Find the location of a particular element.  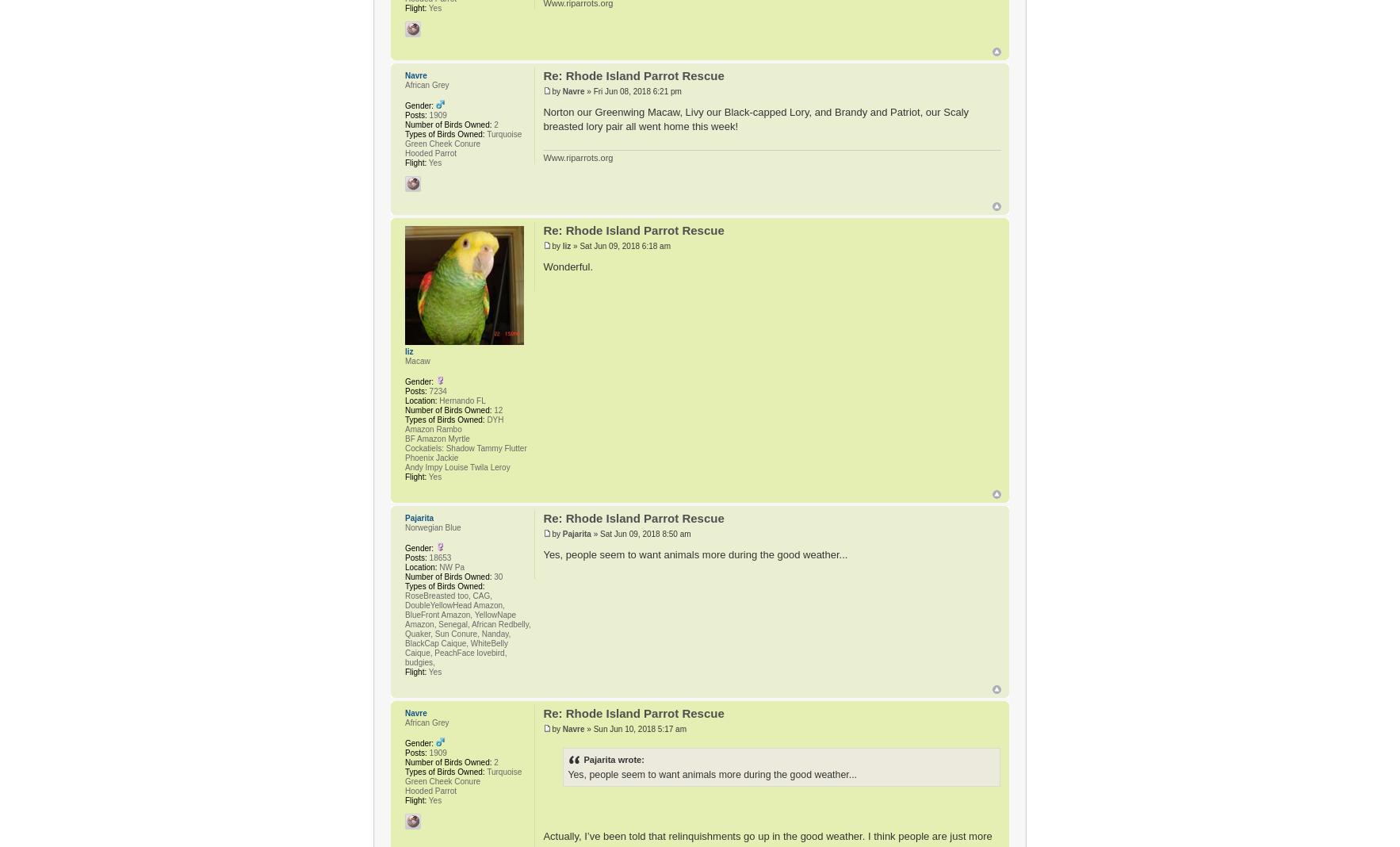

'Pajarita wrote:' is located at coordinates (583, 759).